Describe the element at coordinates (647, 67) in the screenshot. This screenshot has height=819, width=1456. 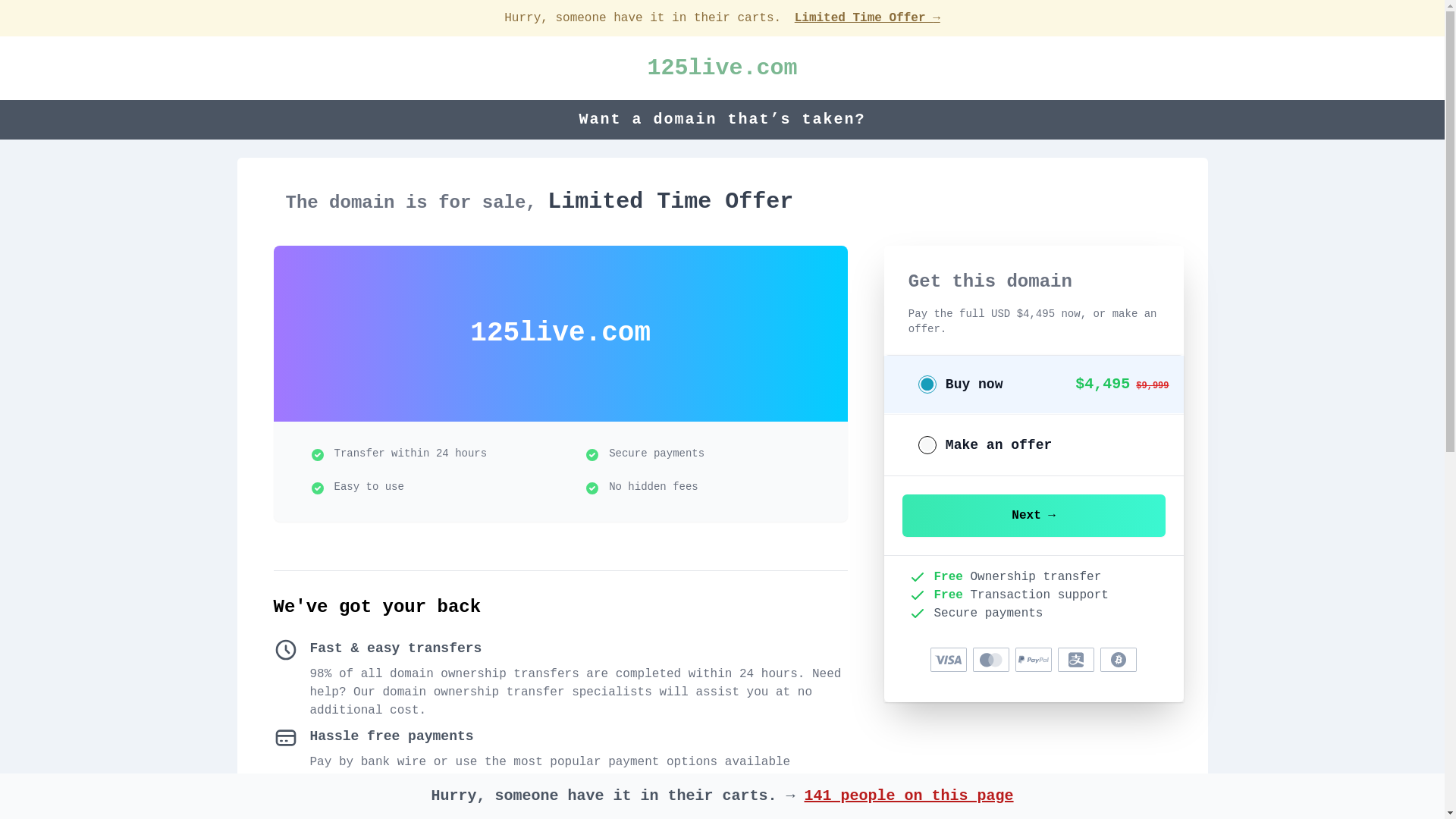
I see `'125live.com'` at that location.